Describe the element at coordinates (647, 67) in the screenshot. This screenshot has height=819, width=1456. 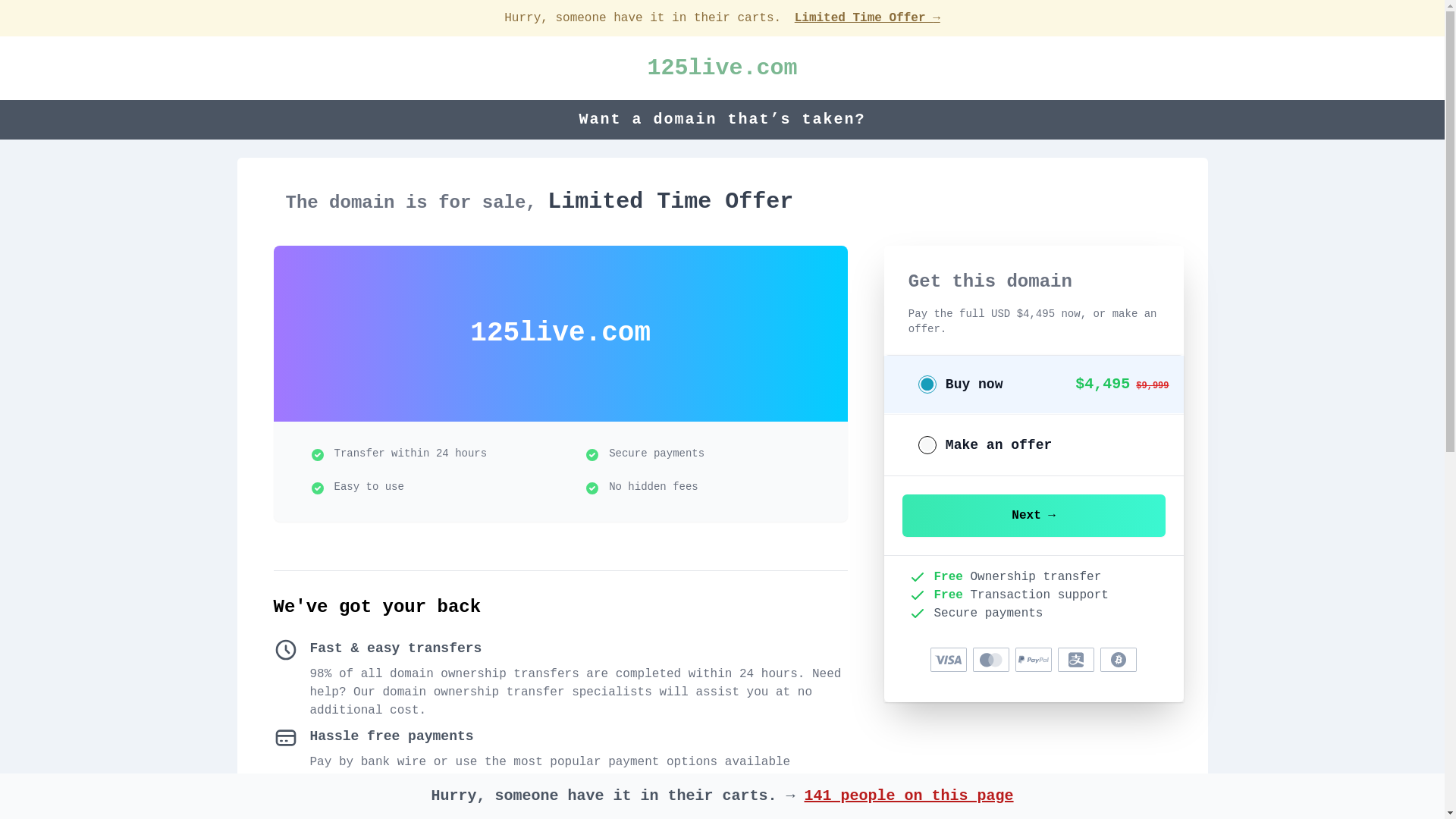
I see `'125live.com'` at that location.